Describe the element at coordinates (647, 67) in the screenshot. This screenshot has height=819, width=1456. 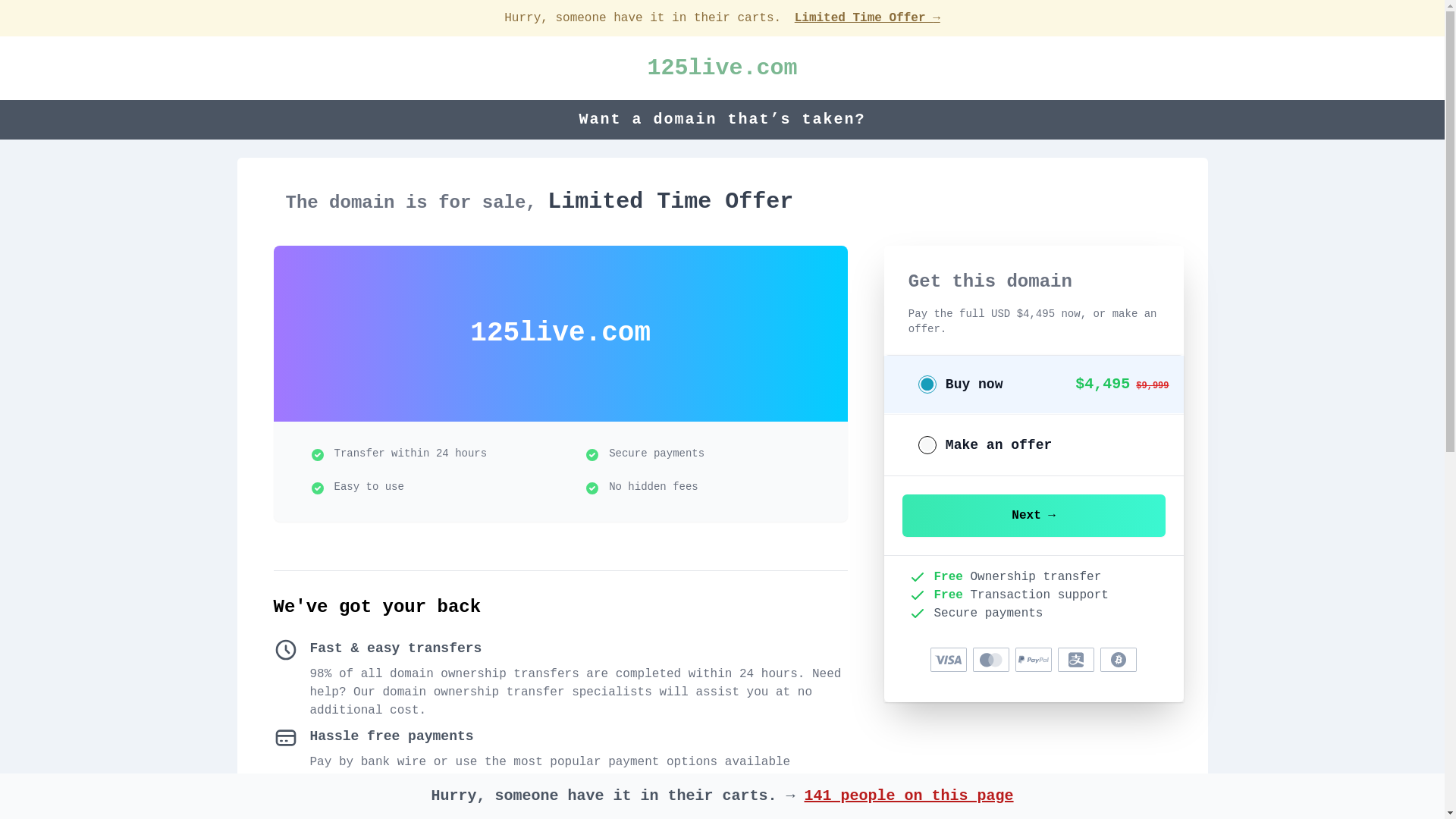
I see `'125live.com'` at that location.